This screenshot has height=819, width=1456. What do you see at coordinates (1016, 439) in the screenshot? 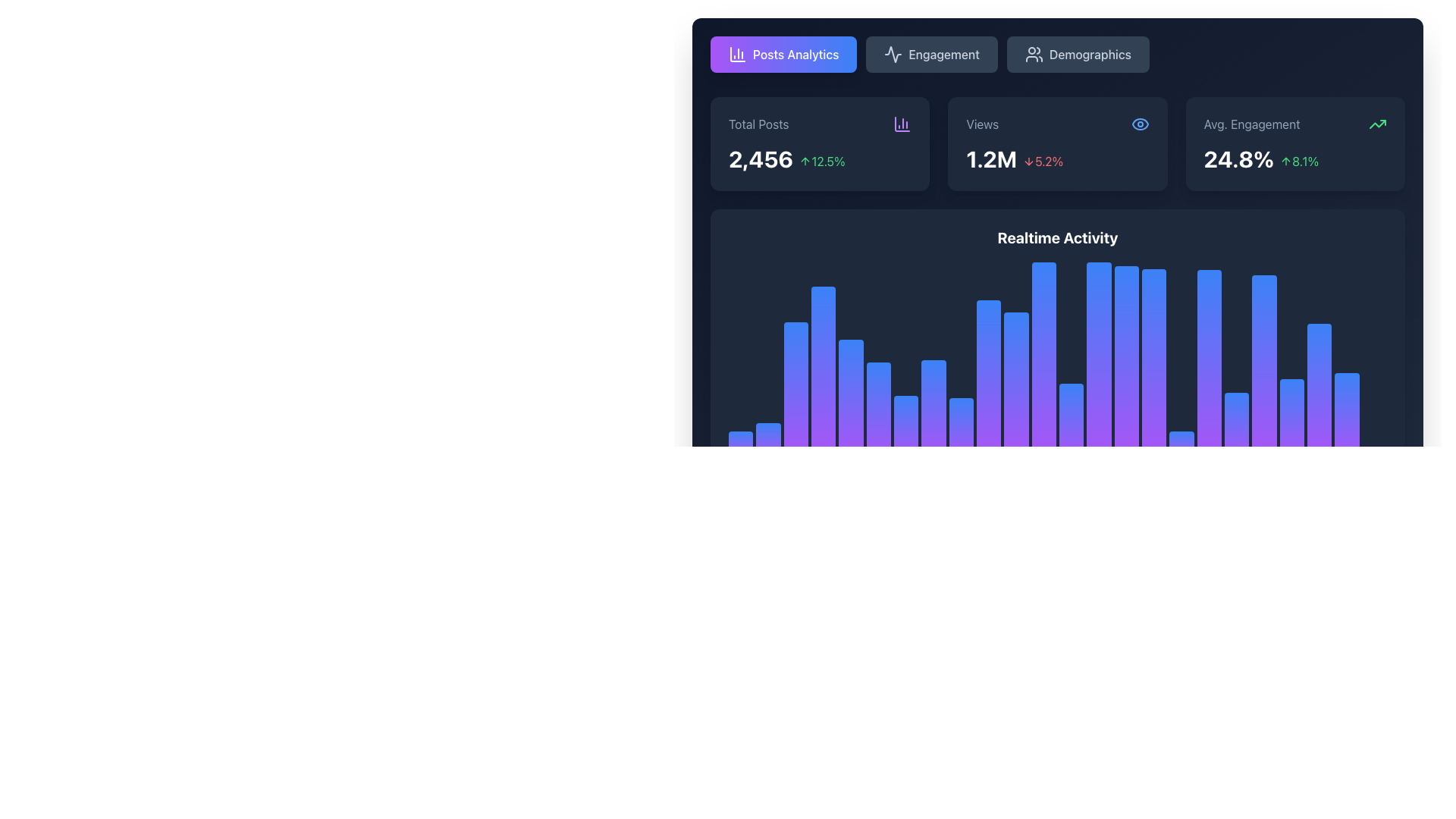
I see `the eleventh bar in the 'Realtime Activity' section of the bar chart, which visually represents a data point related to an analytic metric or trend` at bounding box center [1016, 439].